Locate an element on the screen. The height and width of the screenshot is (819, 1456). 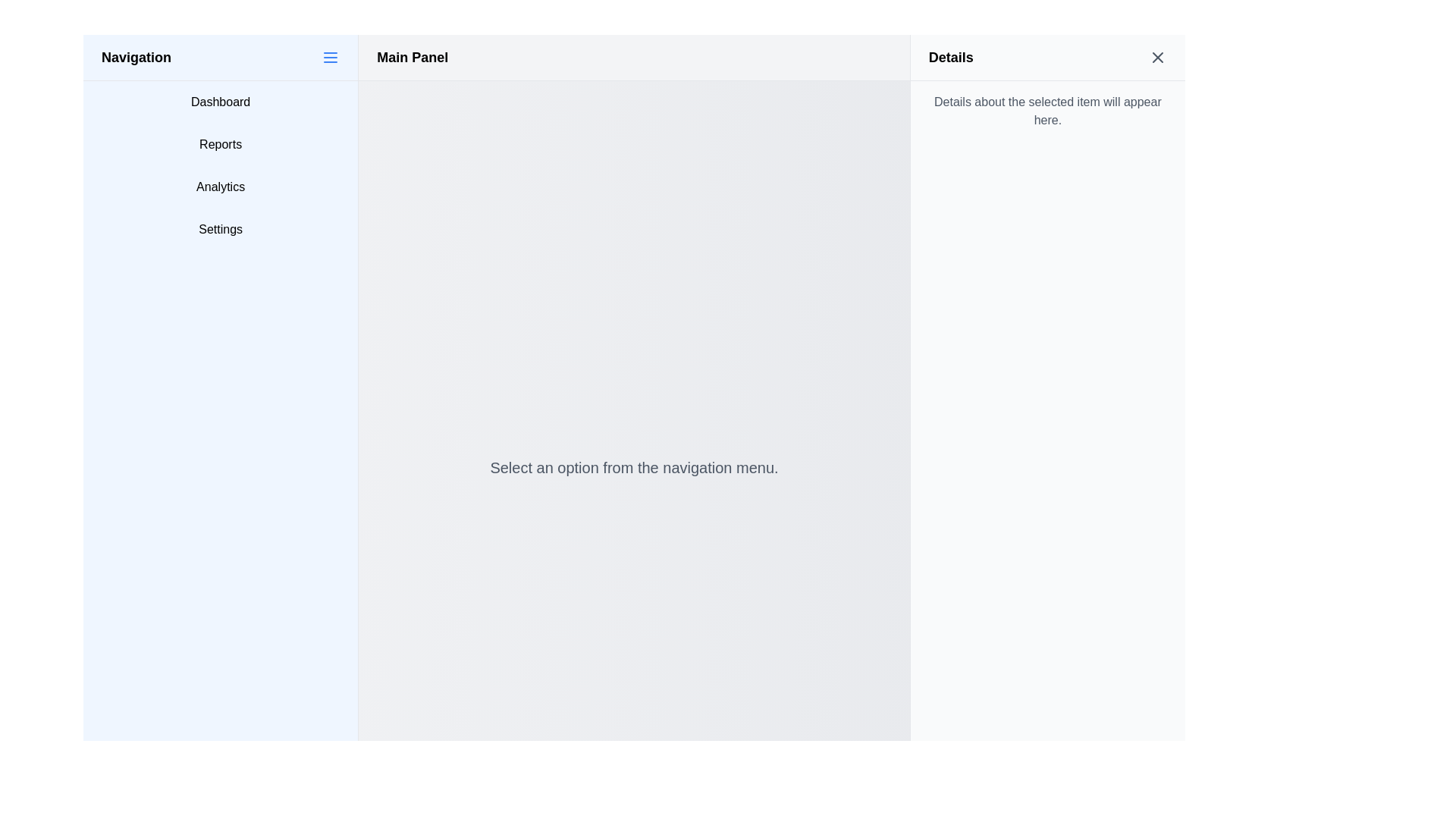
the static text element located in the top-right header section, adjacent to the close 'X' icon is located at coordinates (950, 57).